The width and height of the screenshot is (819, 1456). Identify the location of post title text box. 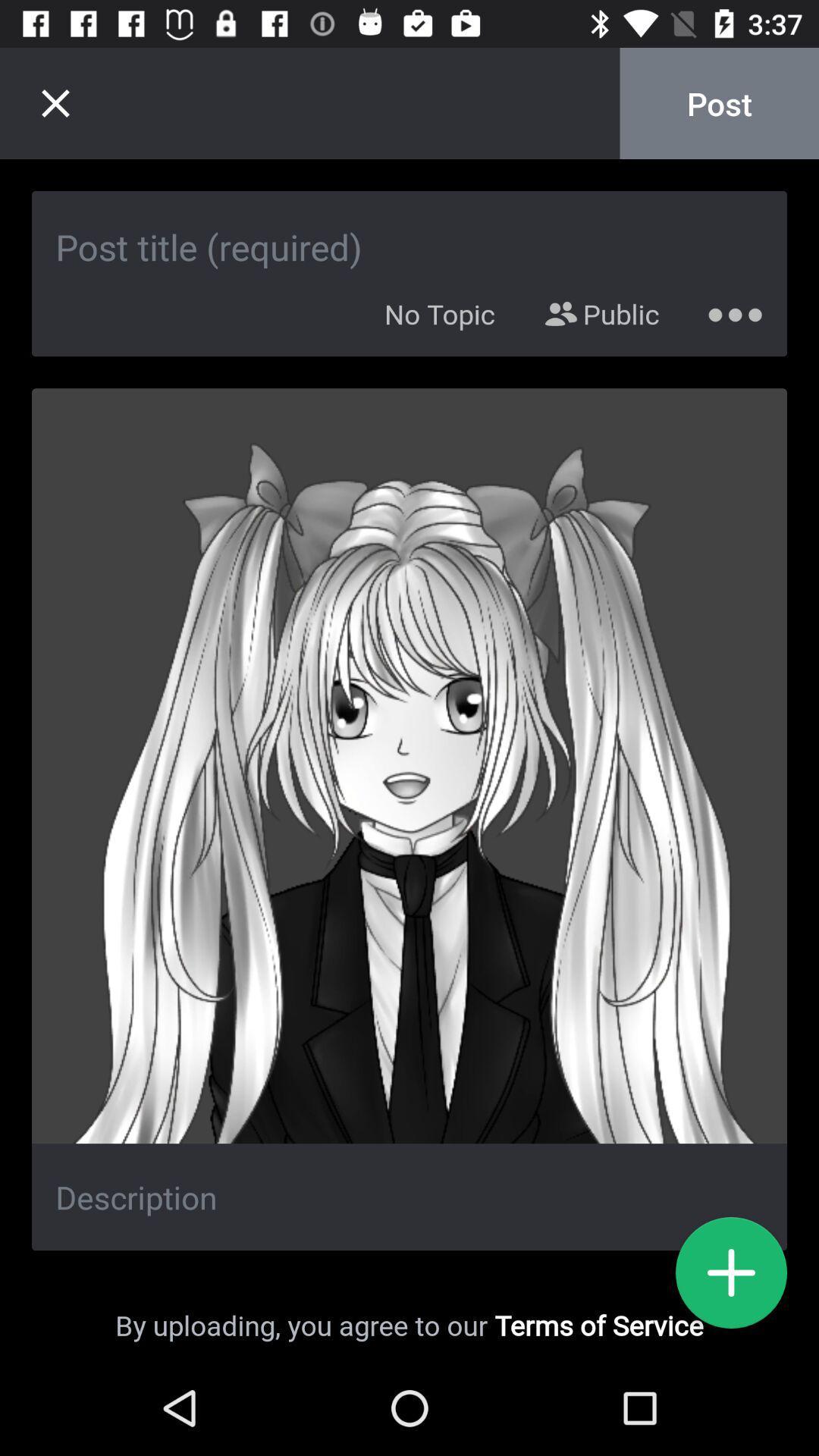
(409, 230).